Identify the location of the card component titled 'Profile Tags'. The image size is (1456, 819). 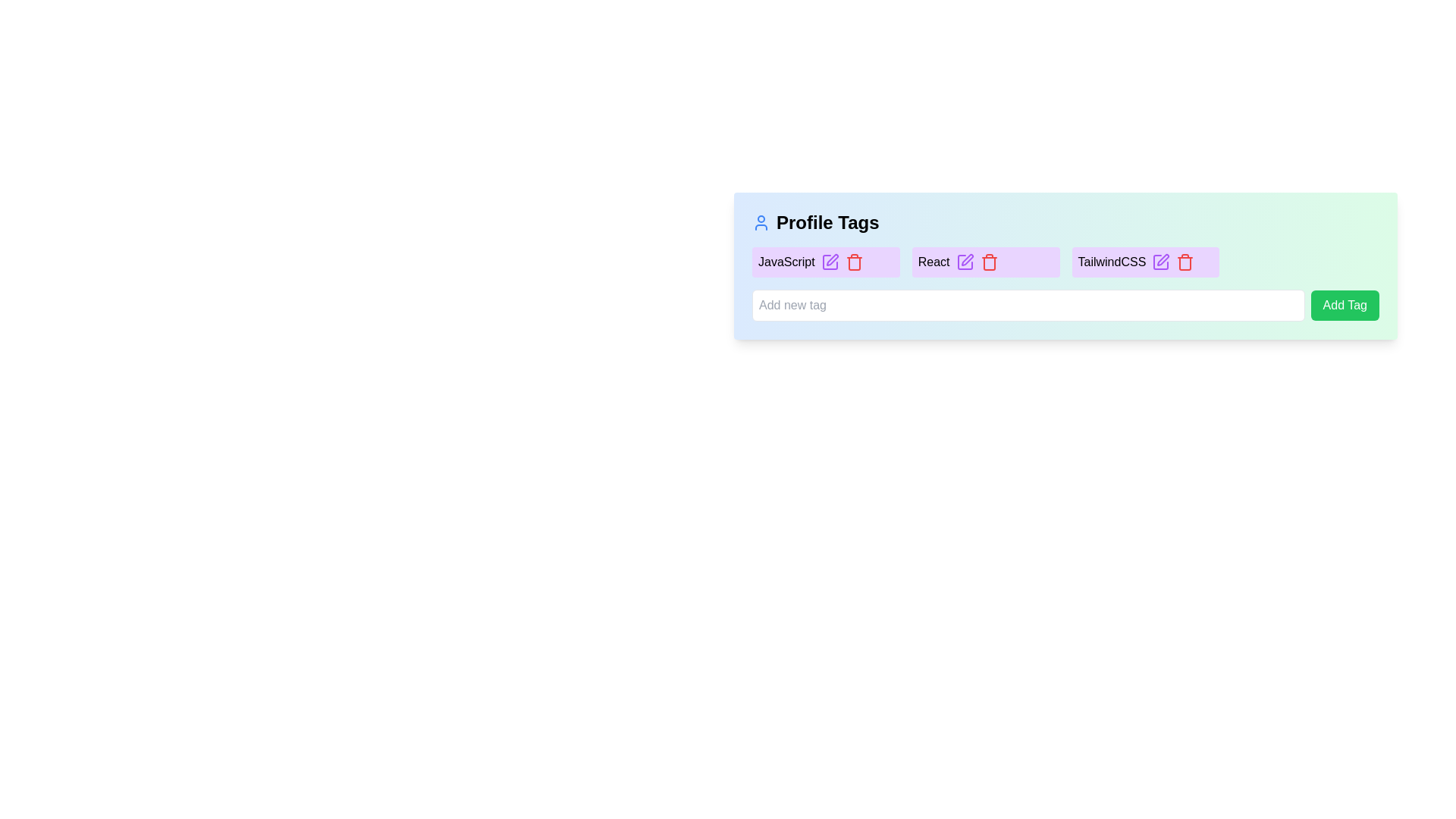
(1065, 265).